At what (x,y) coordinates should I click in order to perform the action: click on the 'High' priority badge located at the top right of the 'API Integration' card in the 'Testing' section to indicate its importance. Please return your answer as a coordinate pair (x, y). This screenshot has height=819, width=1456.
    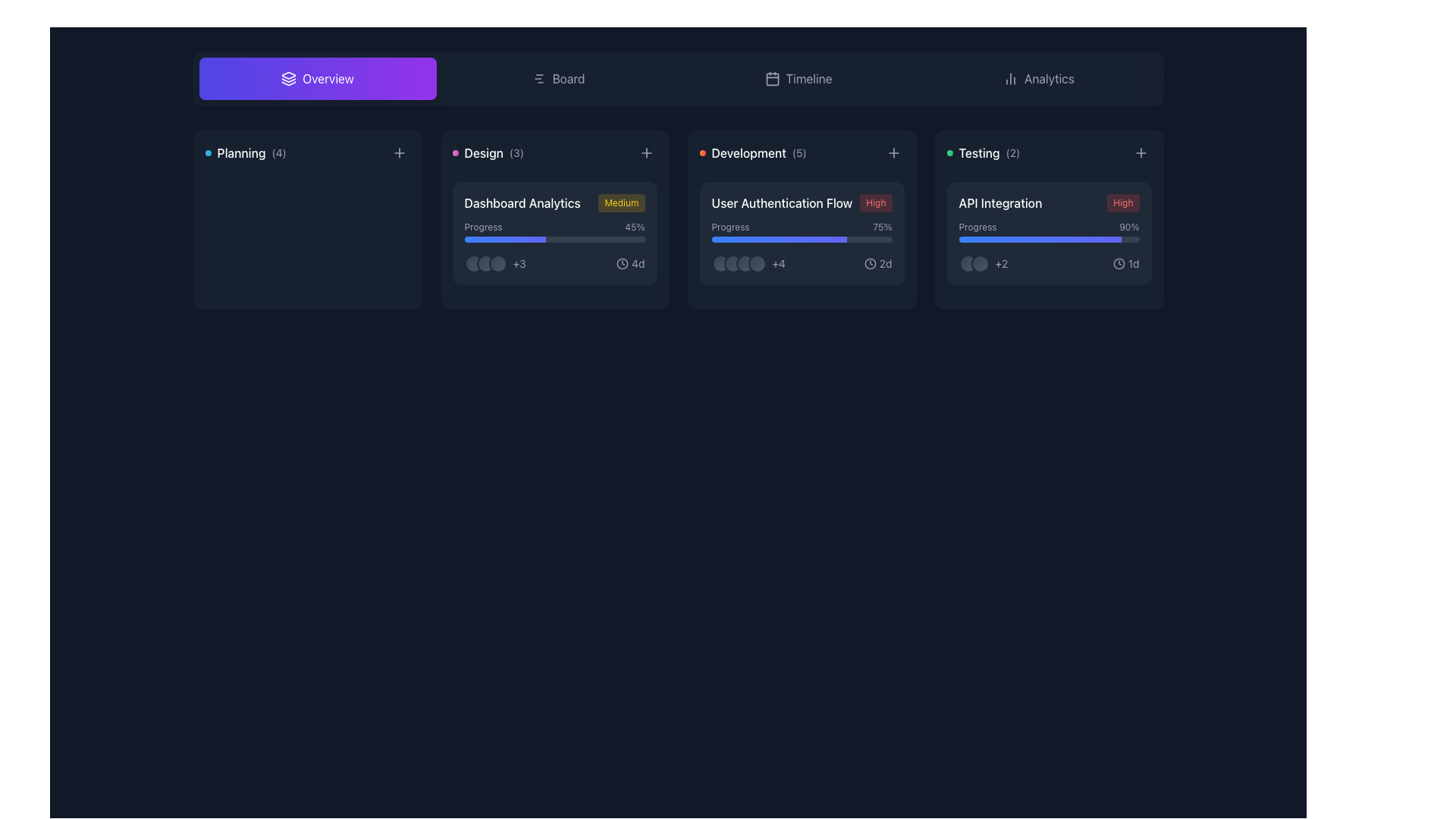
    Looking at the image, I should click on (1123, 202).